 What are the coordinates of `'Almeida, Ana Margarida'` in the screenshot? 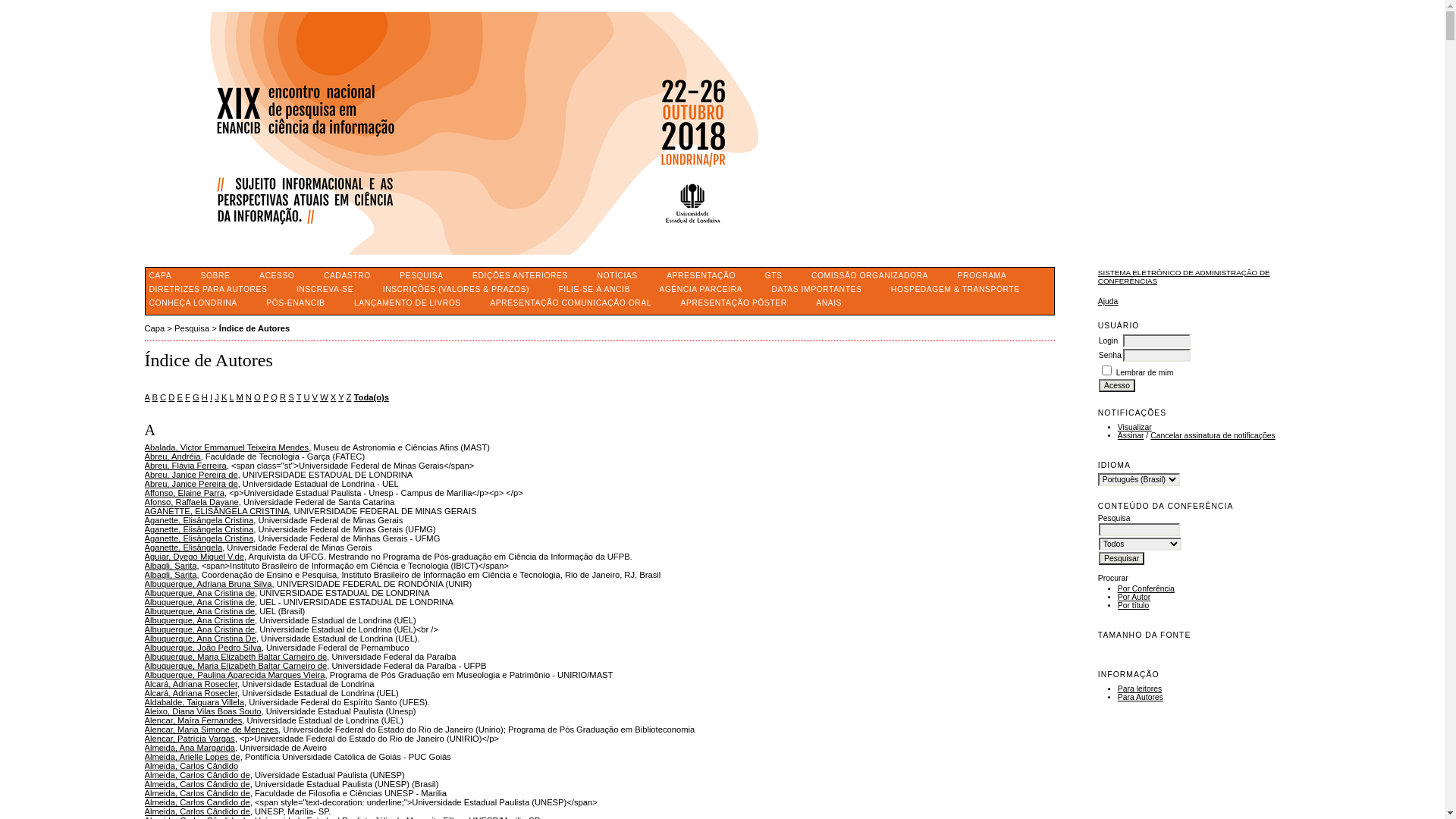 It's located at (188, 747).